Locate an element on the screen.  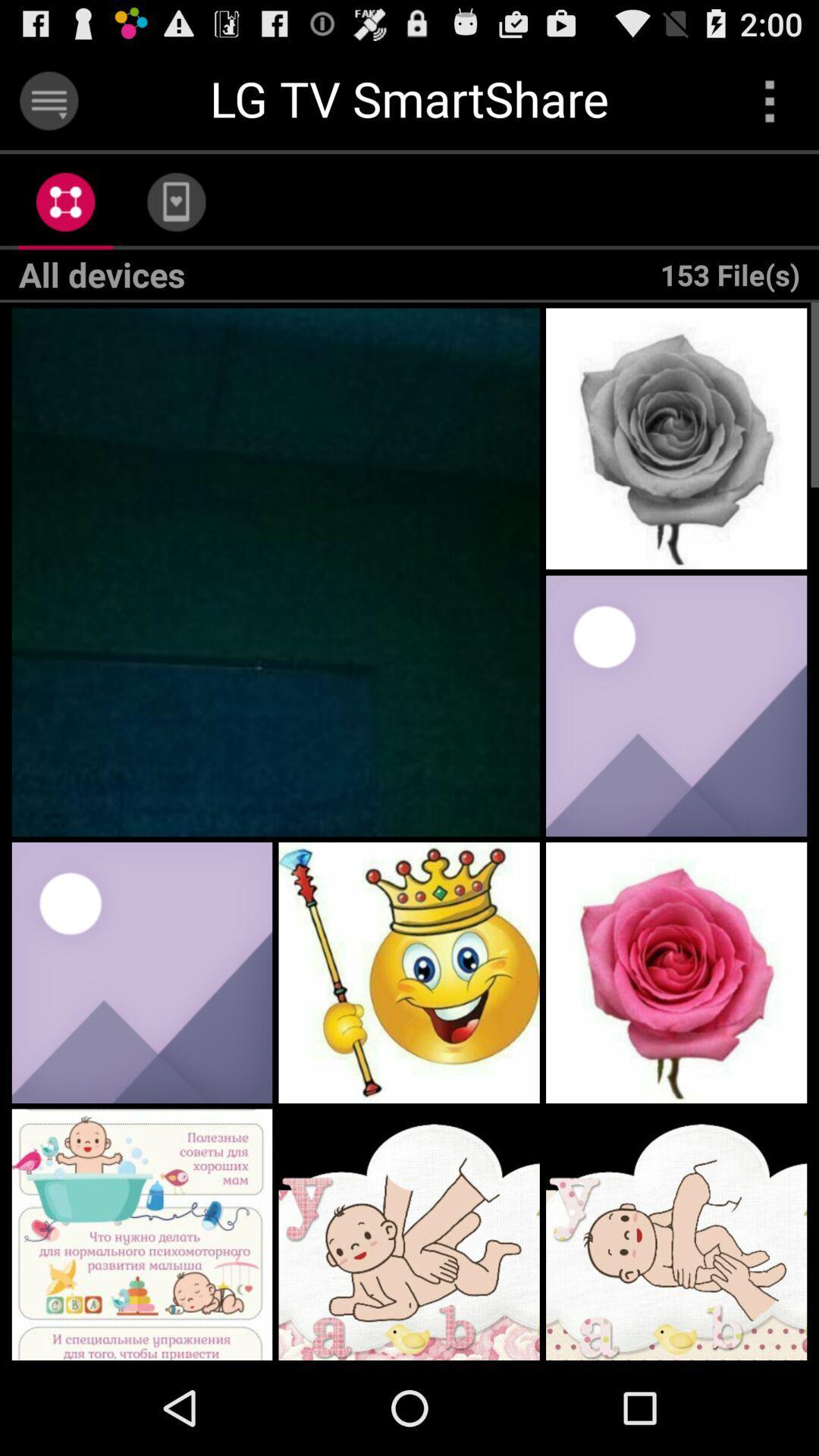
app above all devices is located at coordinates (175, 201).